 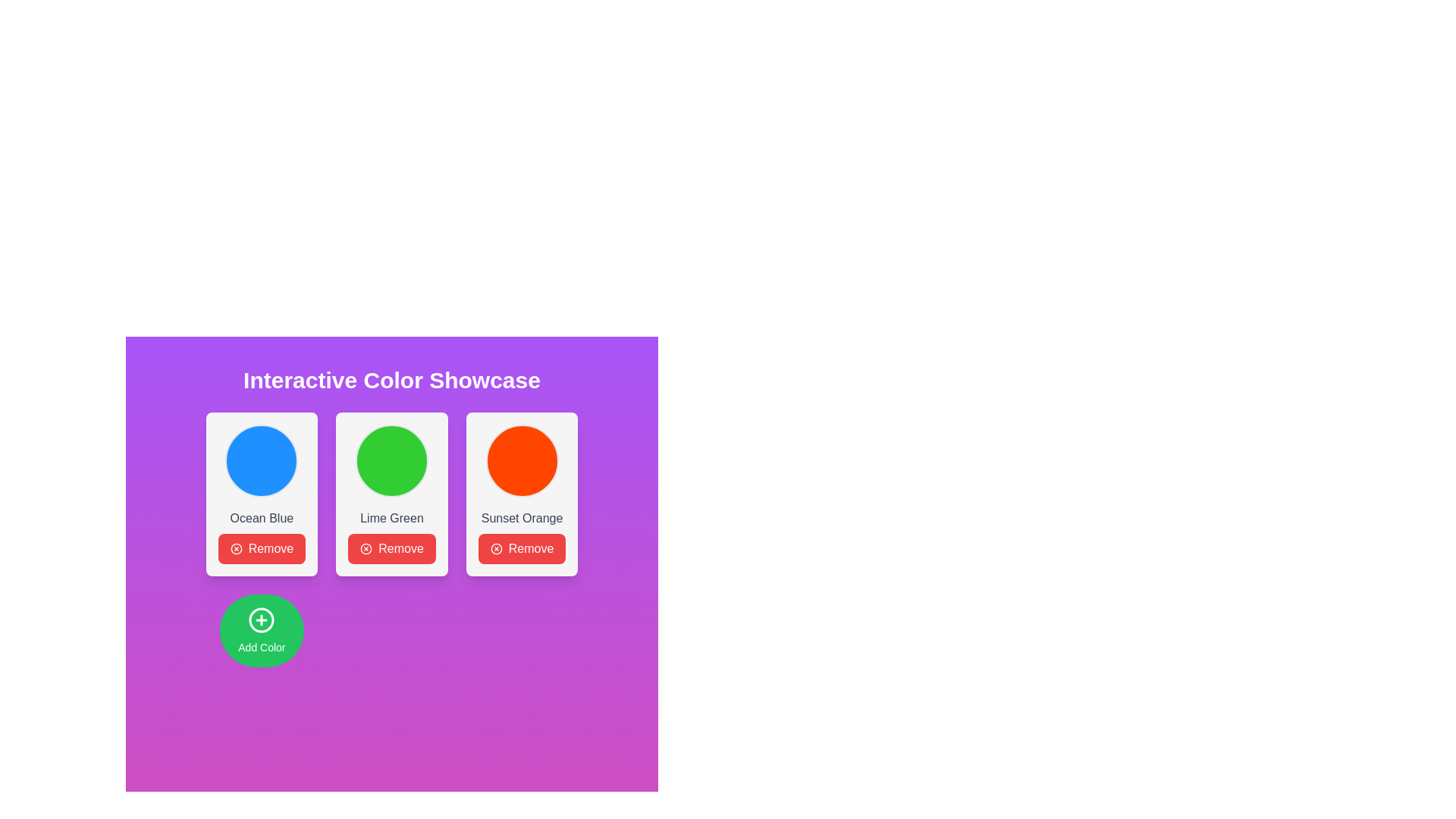 I want to click on the button, so click(x=262, y=631).